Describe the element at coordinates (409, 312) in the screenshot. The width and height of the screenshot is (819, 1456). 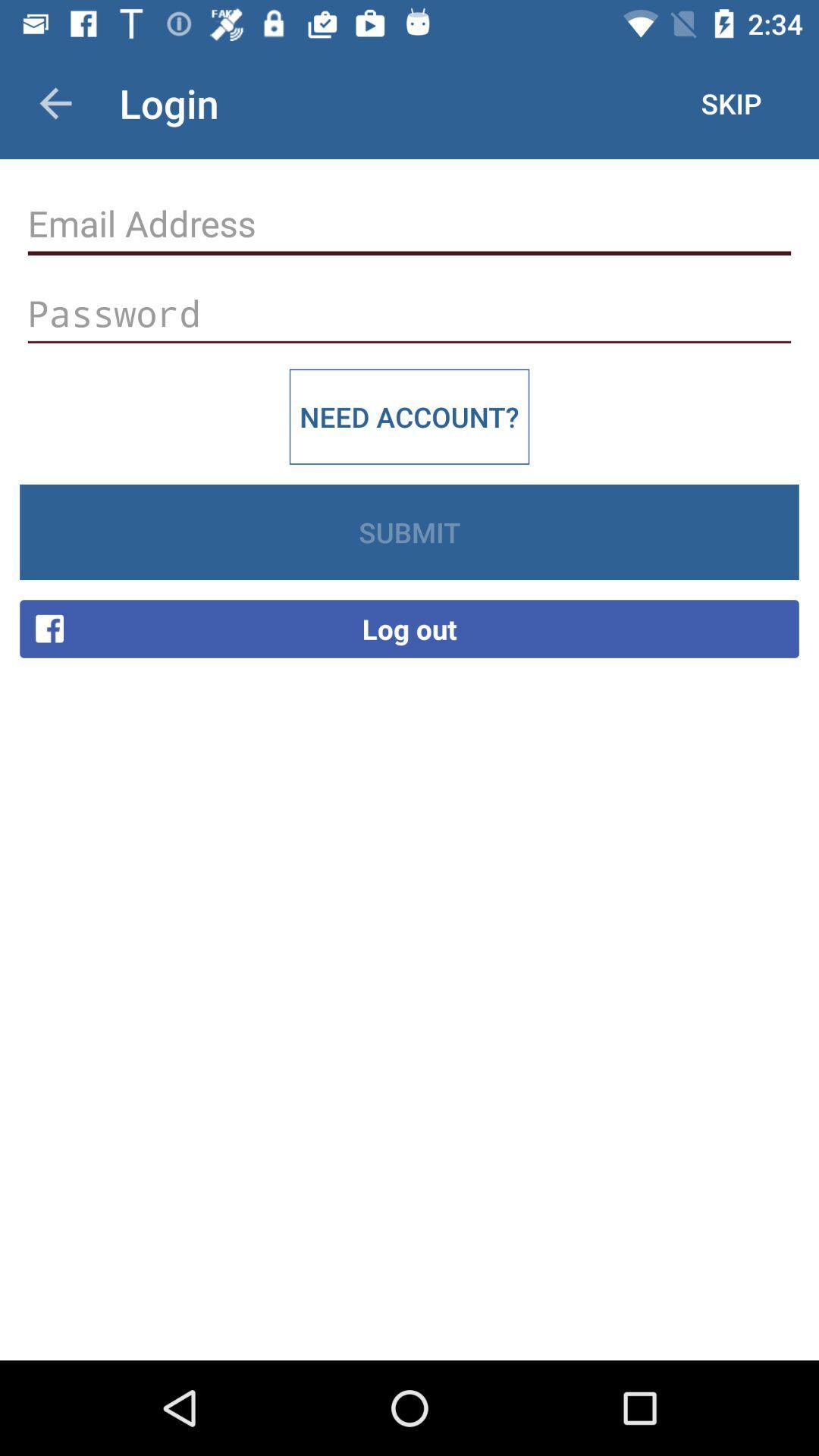
I see `insert password` at that location.